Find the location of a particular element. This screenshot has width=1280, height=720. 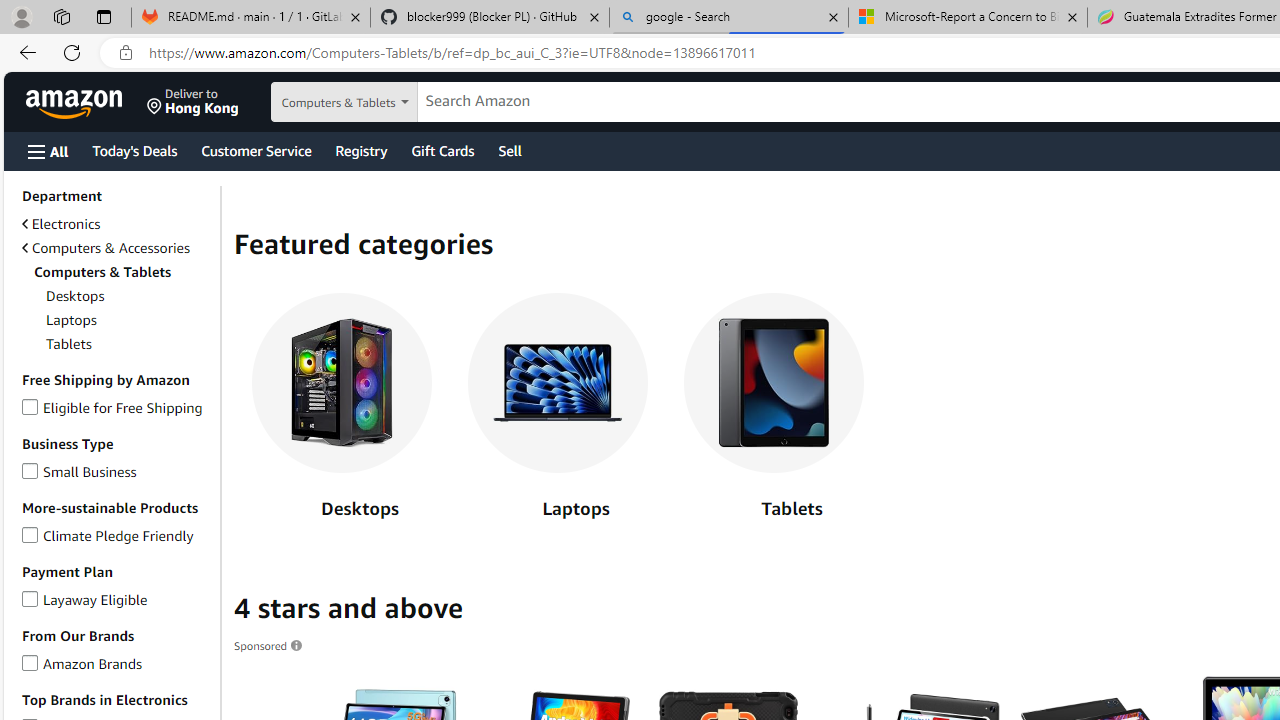

'Amazon BrandsAmazon Brands' is located at coordinates (116, 663).